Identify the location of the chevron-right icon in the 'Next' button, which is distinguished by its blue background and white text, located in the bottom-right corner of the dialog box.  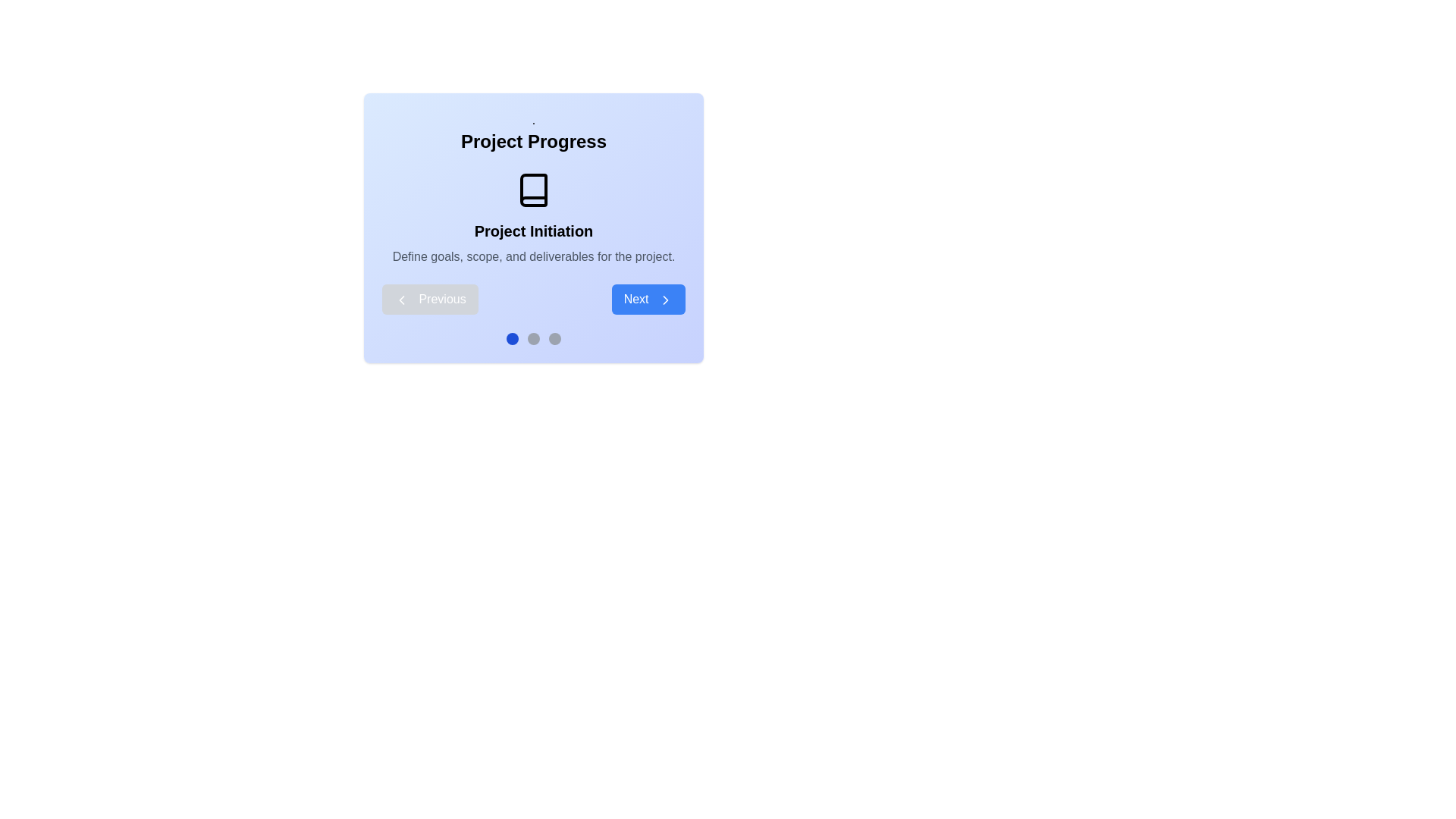
(666, 299).